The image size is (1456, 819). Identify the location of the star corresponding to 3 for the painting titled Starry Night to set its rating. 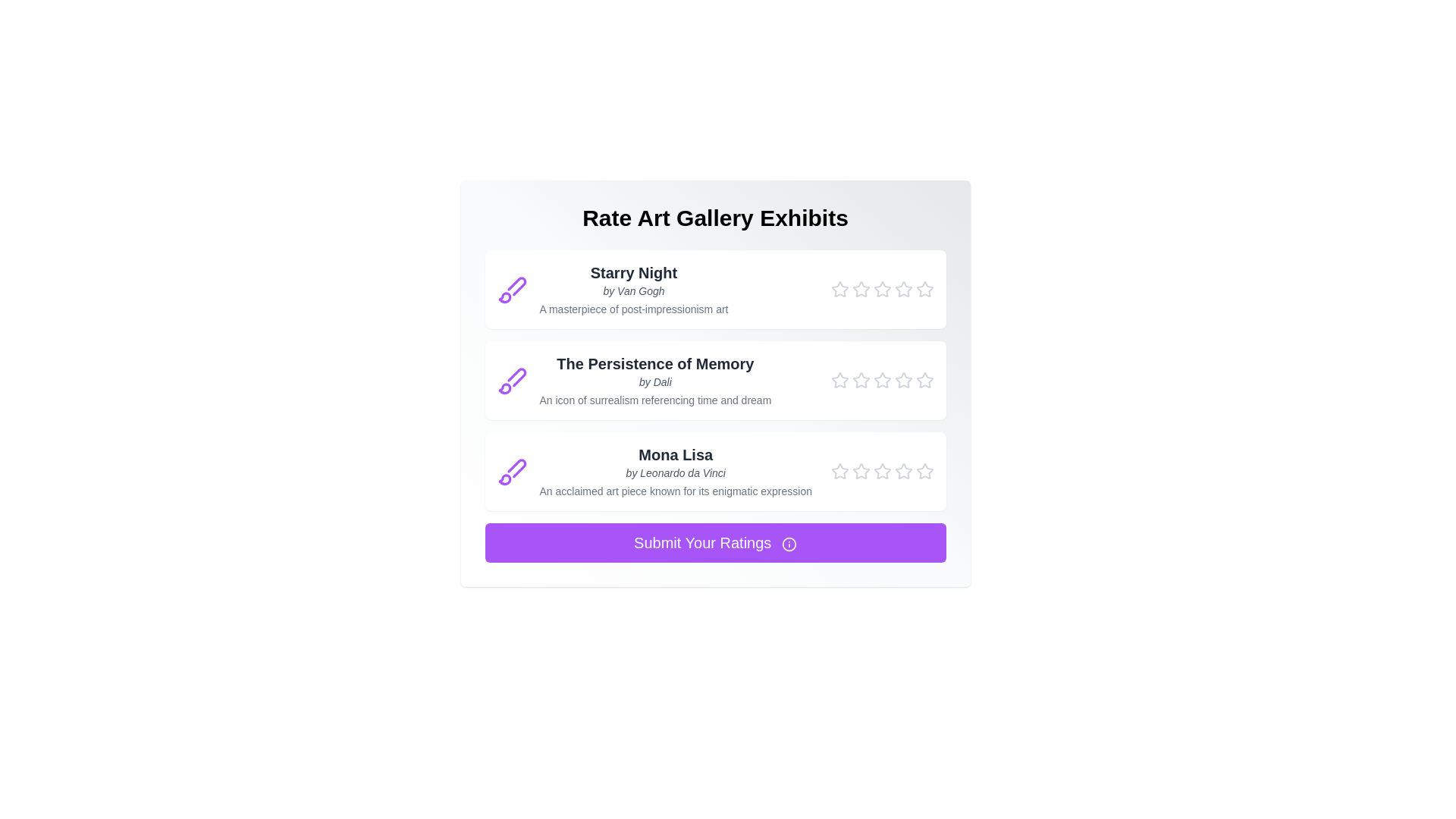
(882, 289).